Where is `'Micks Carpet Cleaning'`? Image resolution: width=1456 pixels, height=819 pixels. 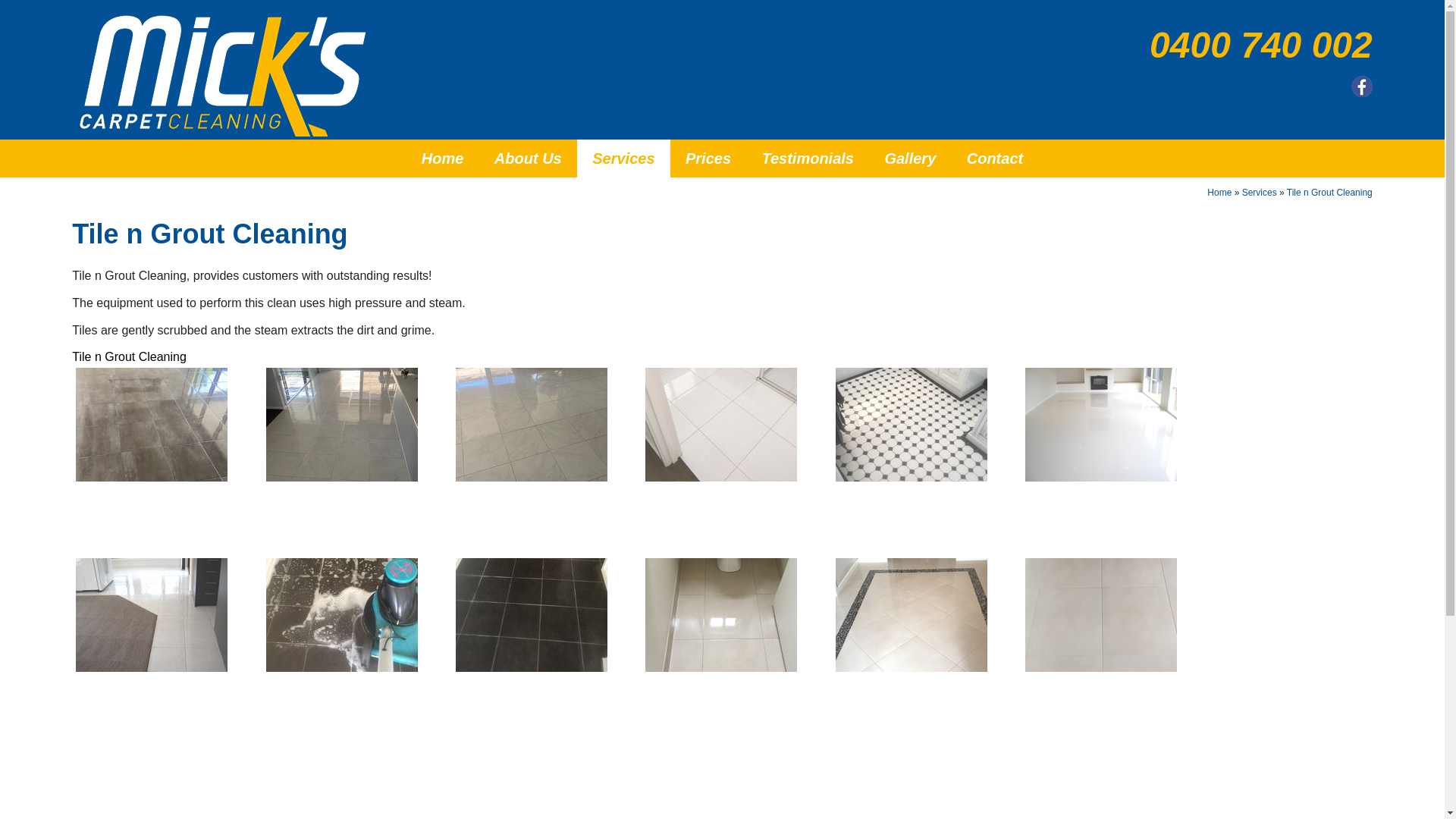 'Micks Carpet Cleaning' is located at coordinates (221, 76).